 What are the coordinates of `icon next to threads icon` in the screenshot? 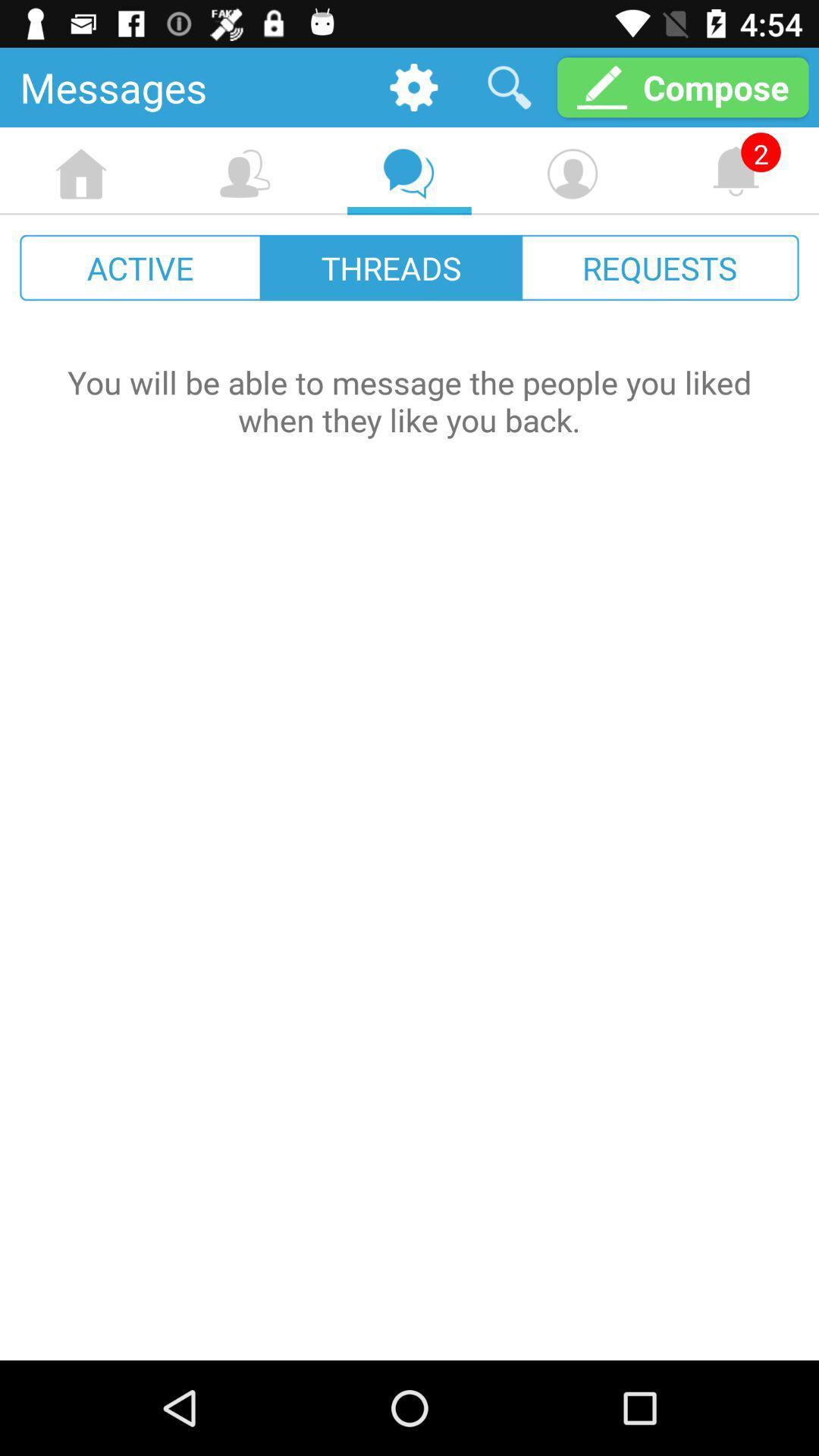 It's located at (140, 268).